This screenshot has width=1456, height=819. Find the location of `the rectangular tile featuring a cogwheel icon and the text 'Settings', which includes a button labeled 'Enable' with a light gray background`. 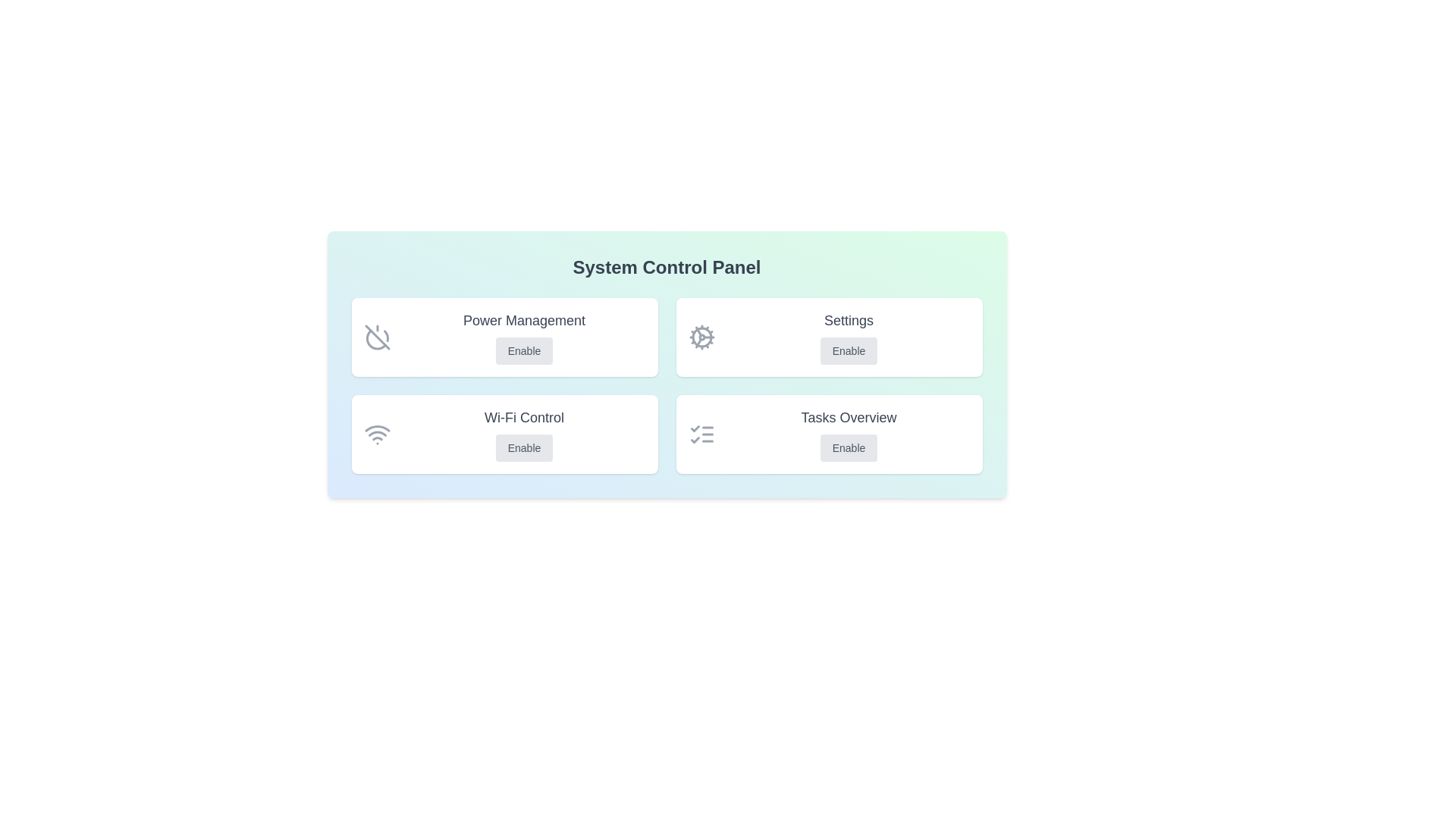

the rectangular tile featuring a cogwheel icon and the text 'Settings', which includes a button labeled 'Enable' with a light gray background is located at coordinates (828, 336).